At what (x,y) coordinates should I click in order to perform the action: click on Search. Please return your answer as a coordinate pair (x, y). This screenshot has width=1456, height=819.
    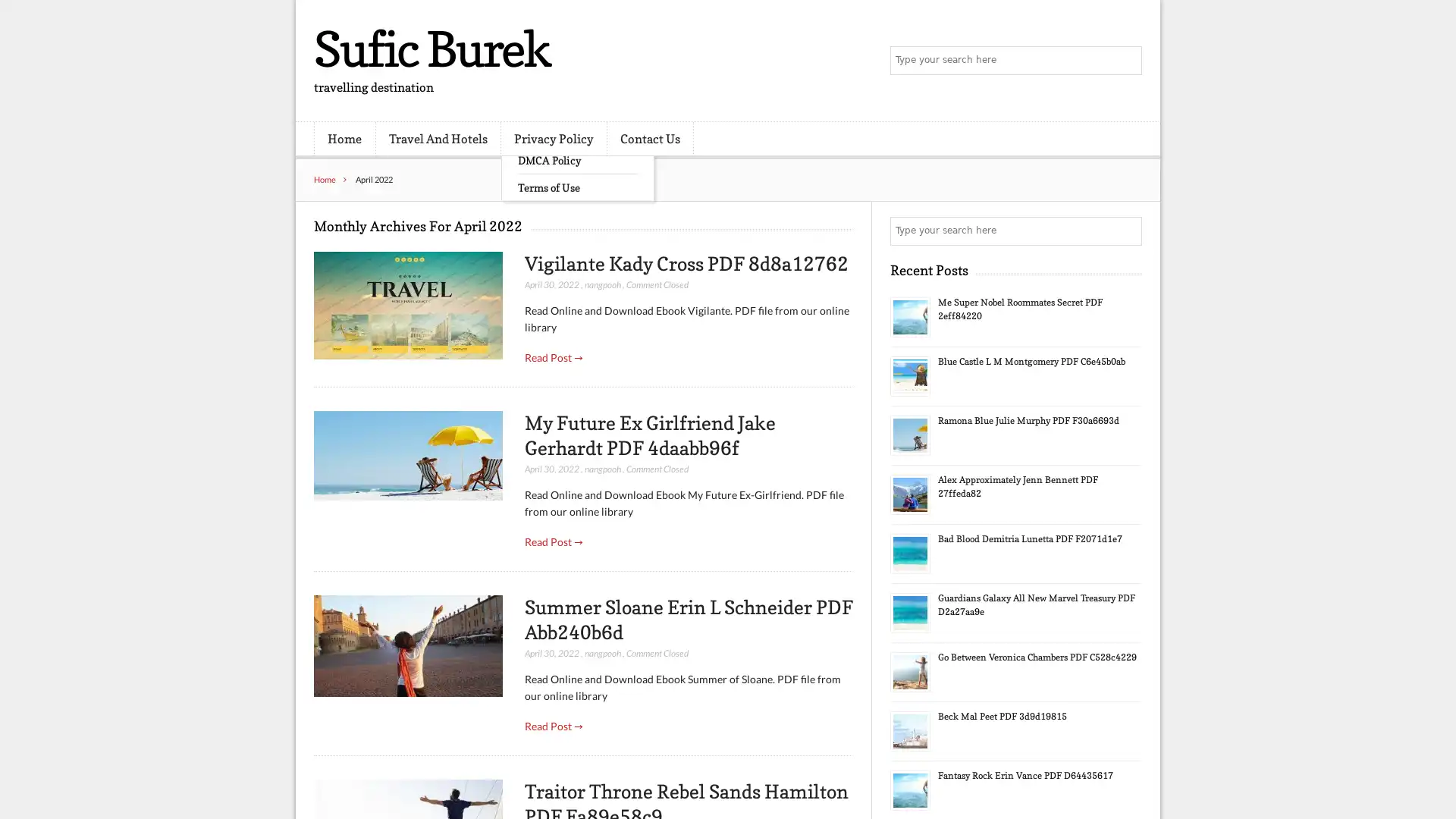
    Looking at the image, I should click on (1126, 231).